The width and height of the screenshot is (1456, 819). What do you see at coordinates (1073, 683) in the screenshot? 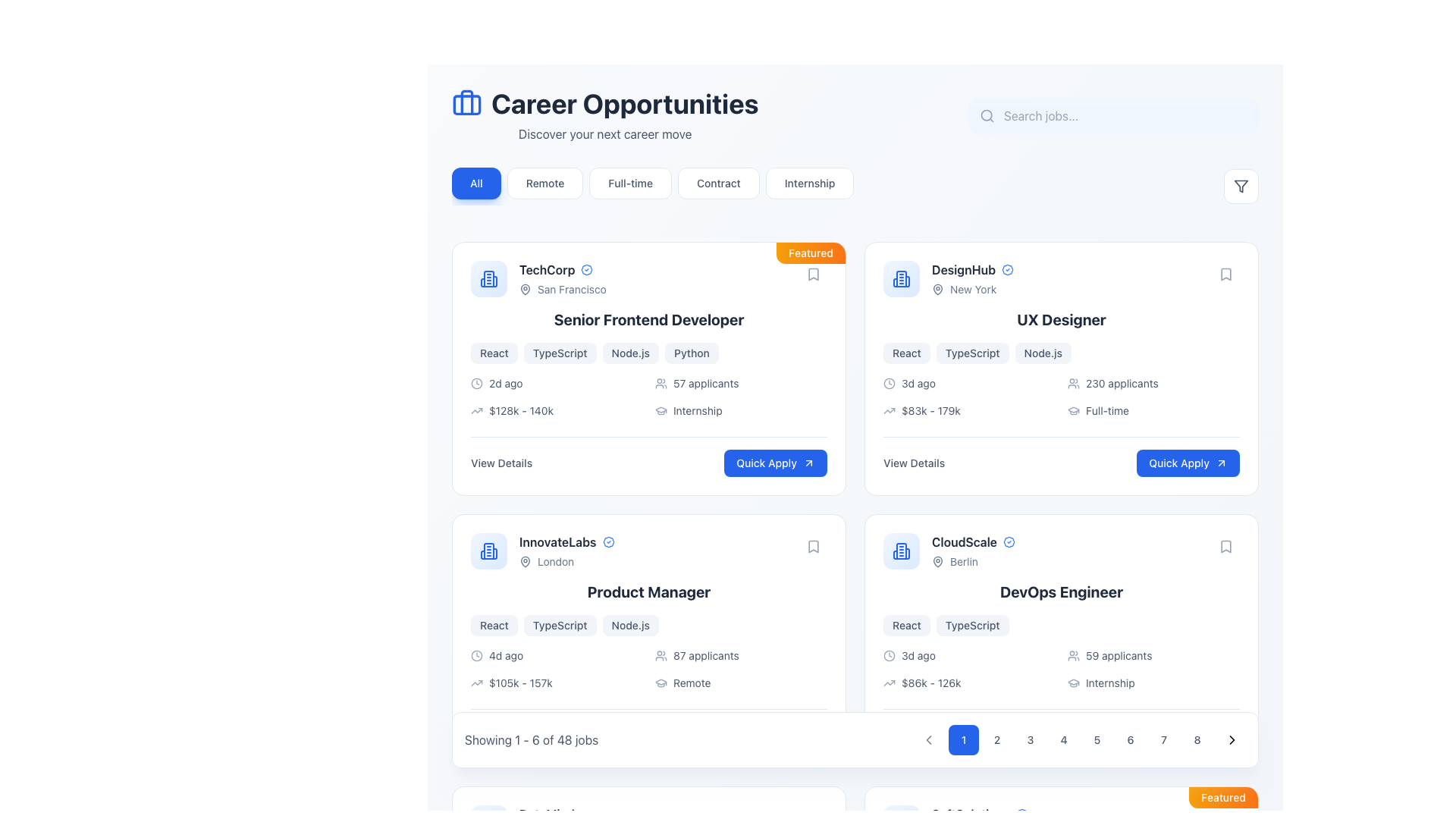
I see `the graduation cap icon located to the left of the text 'Internship' under the job posting 'DevOps Engineer' for 'CloudScale'` at bounding box center [1073, 683].